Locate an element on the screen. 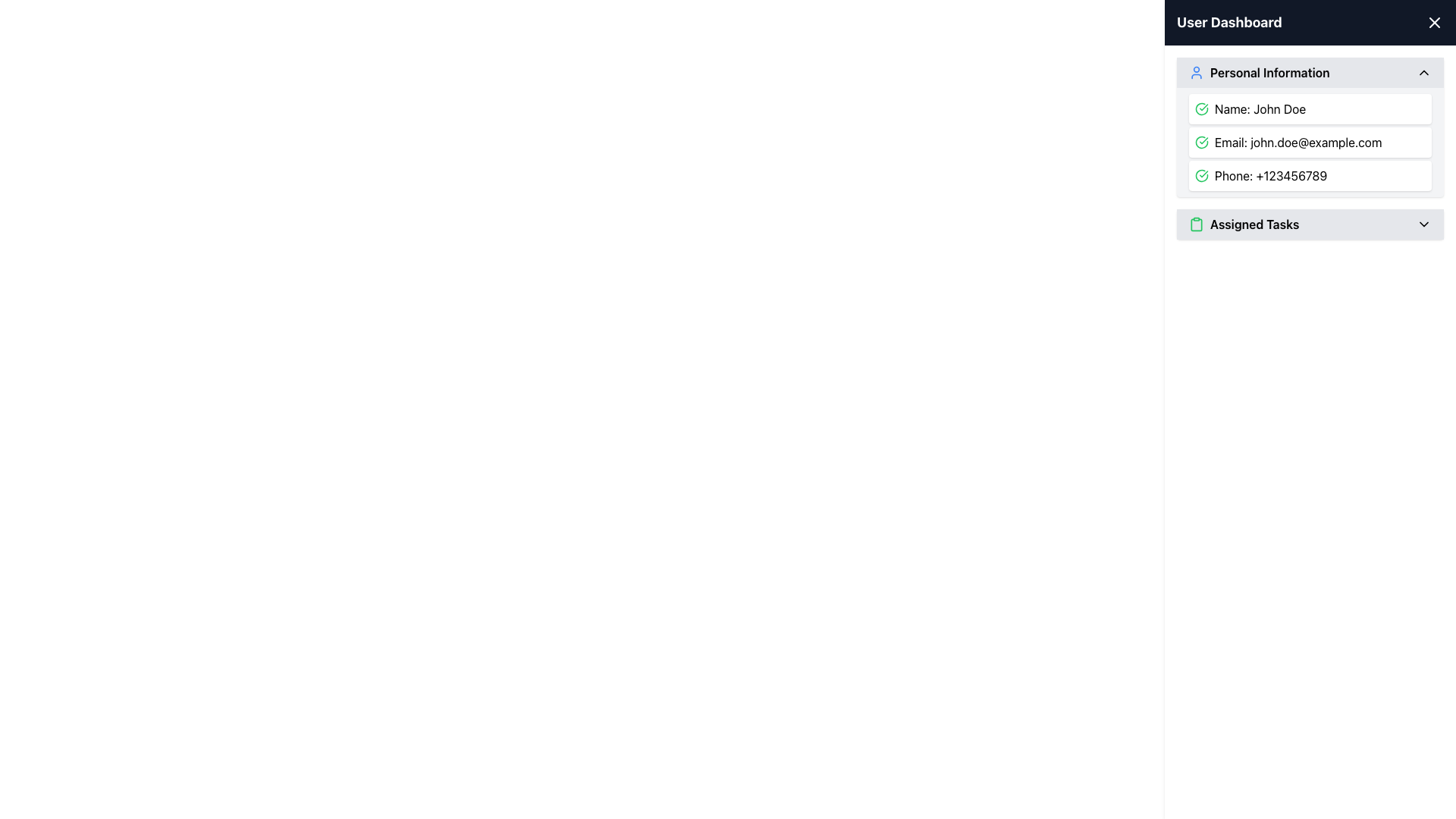 The image size is (1456, 819). the email address display with a visual confirmation indicator located in the 'Personal Information' section, situated between the 'Name: John Doe' and 'Phone: +123456789' entries is located at coordinates (1310, 143).